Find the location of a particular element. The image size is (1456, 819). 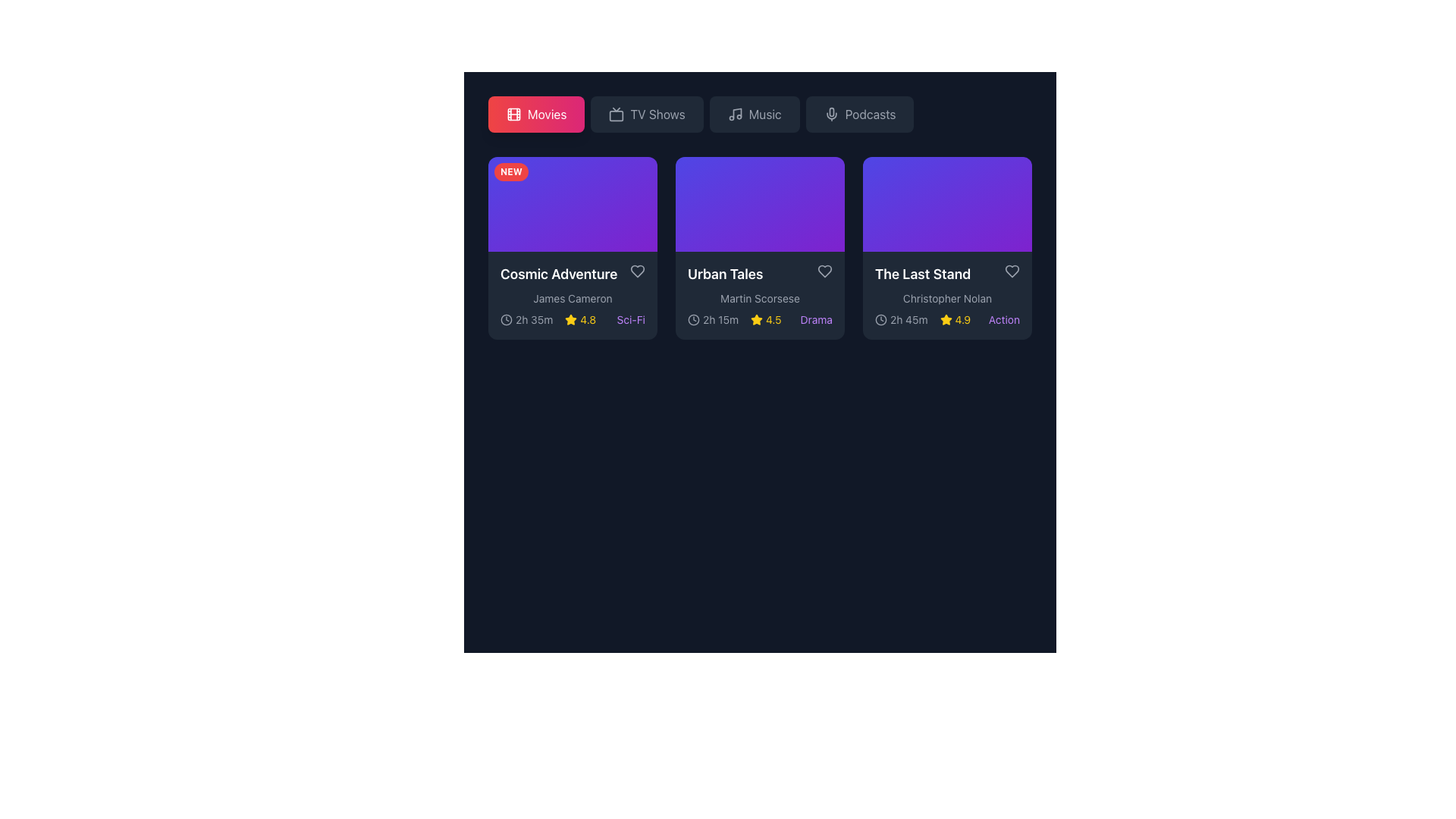

the 'Cosmic Adventure' information card section located at the bottom of the first card under the 'NEW' purple gradient header for more details is located at coordinates (572, 296).